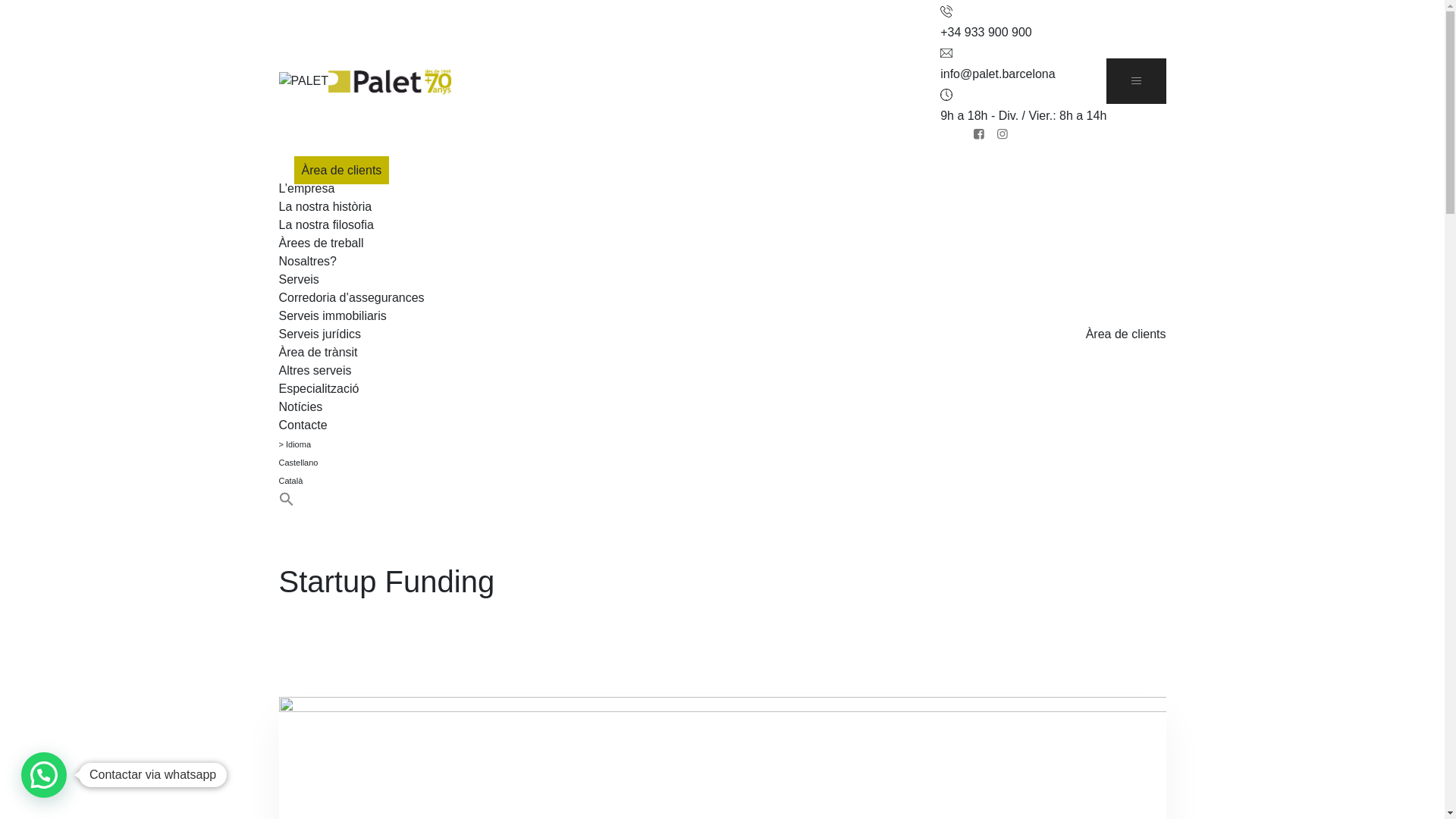 The width and height of the screenshot is (1456, 819). What do you see at coordinates (390, 81) in the screenshot?
I see `'PALET'` at bounding box center [390, 81].